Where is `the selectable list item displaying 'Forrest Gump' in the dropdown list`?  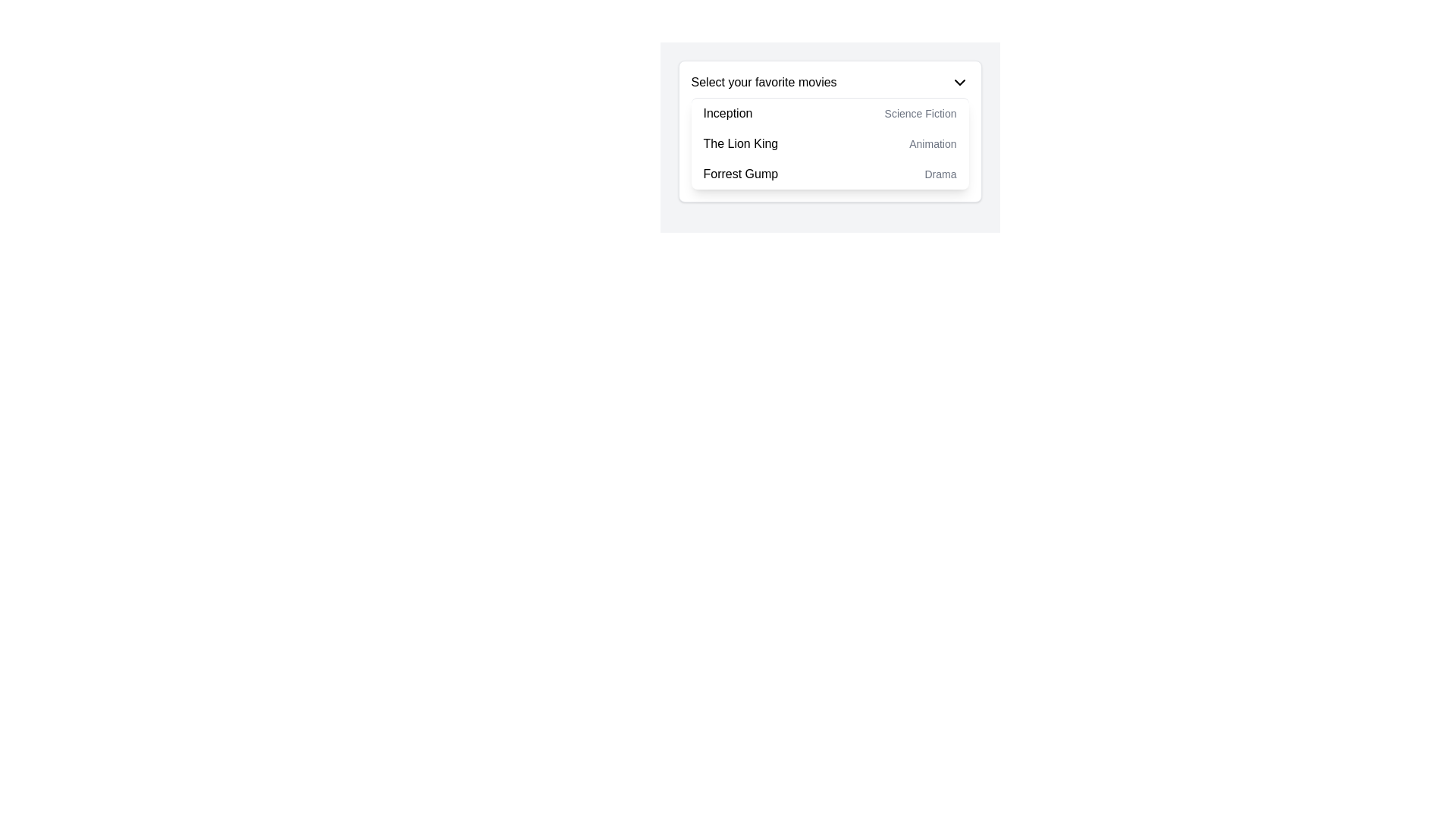
the selectable list item displaying 'Forrest Gump' in the dropdown list is located at coordinates (829, 174).